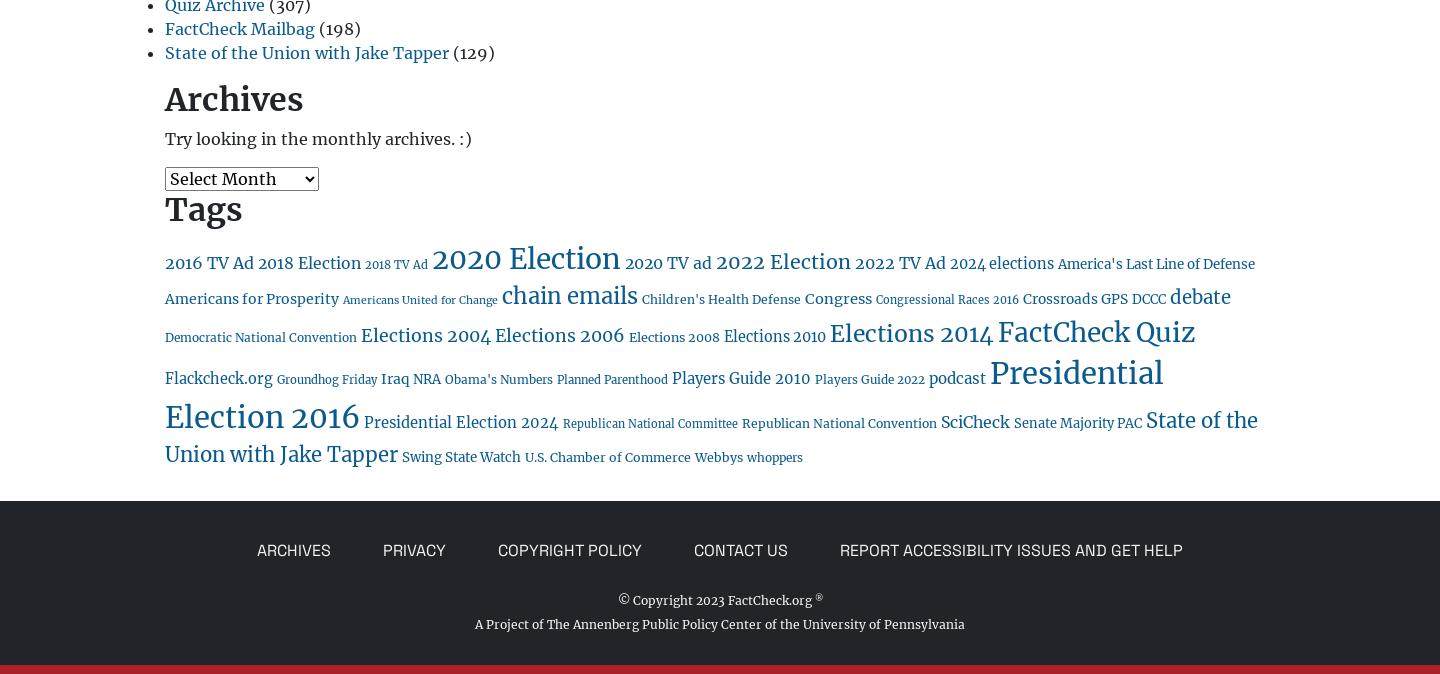 The height and width of the screenshot is (674, 1440). I want to click on '© Copyright 2023 FactCheck.org', so click(715, 599).